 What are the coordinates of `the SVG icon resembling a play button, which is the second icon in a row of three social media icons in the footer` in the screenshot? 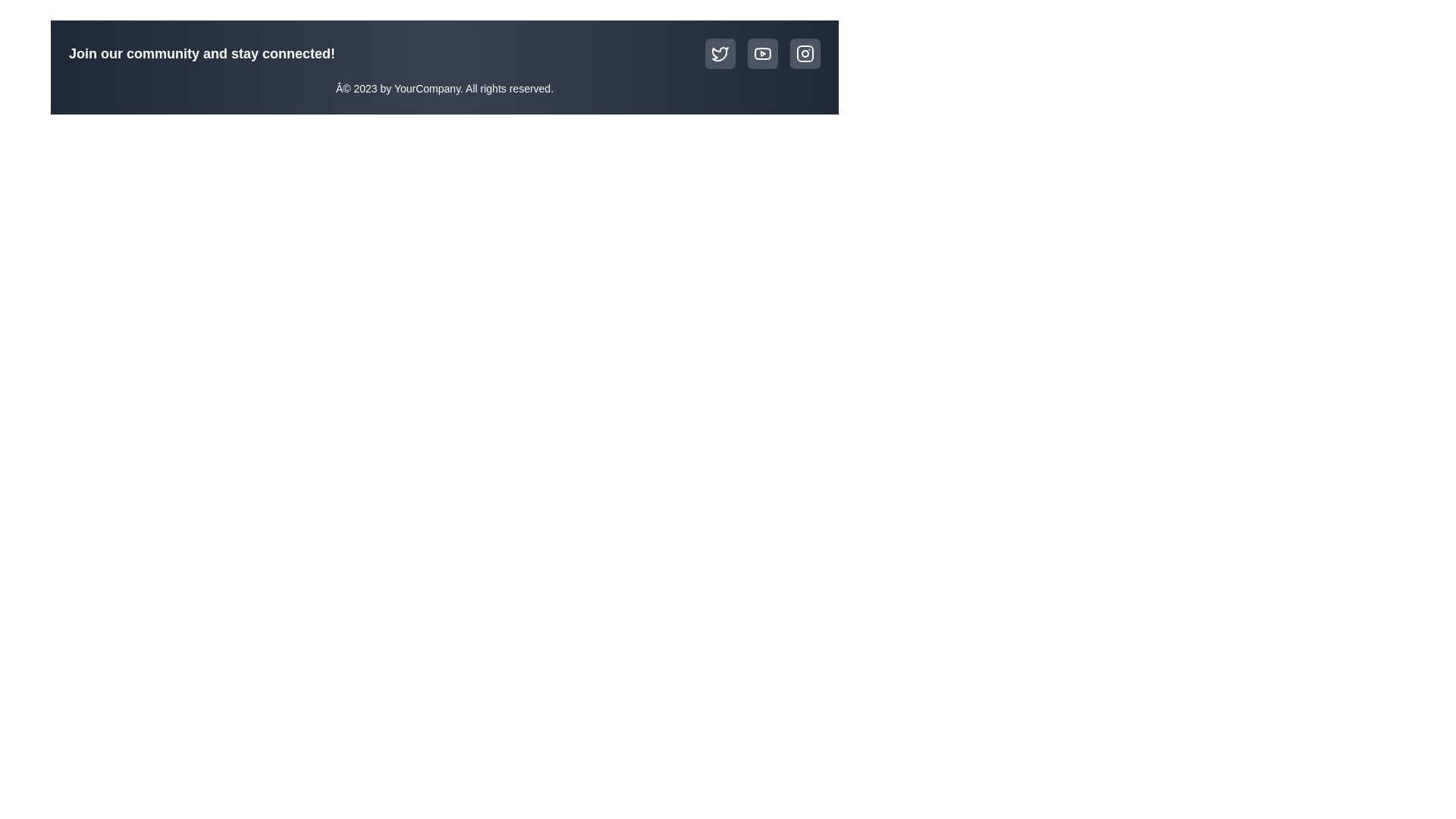 It's located at (763, 52).